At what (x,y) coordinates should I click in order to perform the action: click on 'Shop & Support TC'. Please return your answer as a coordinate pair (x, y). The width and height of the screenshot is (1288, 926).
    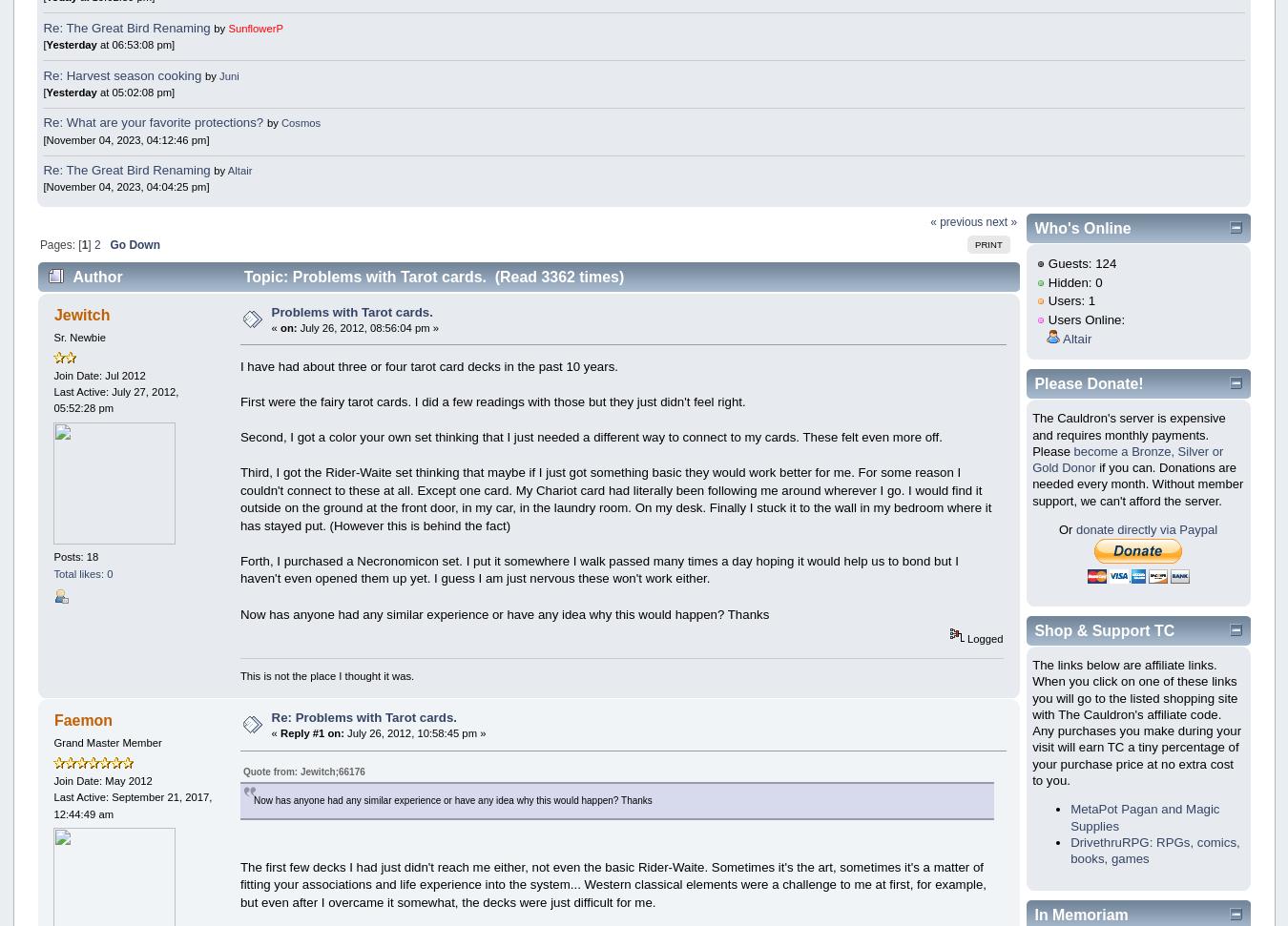
    Looking at the image, I should click on (1103, 630).